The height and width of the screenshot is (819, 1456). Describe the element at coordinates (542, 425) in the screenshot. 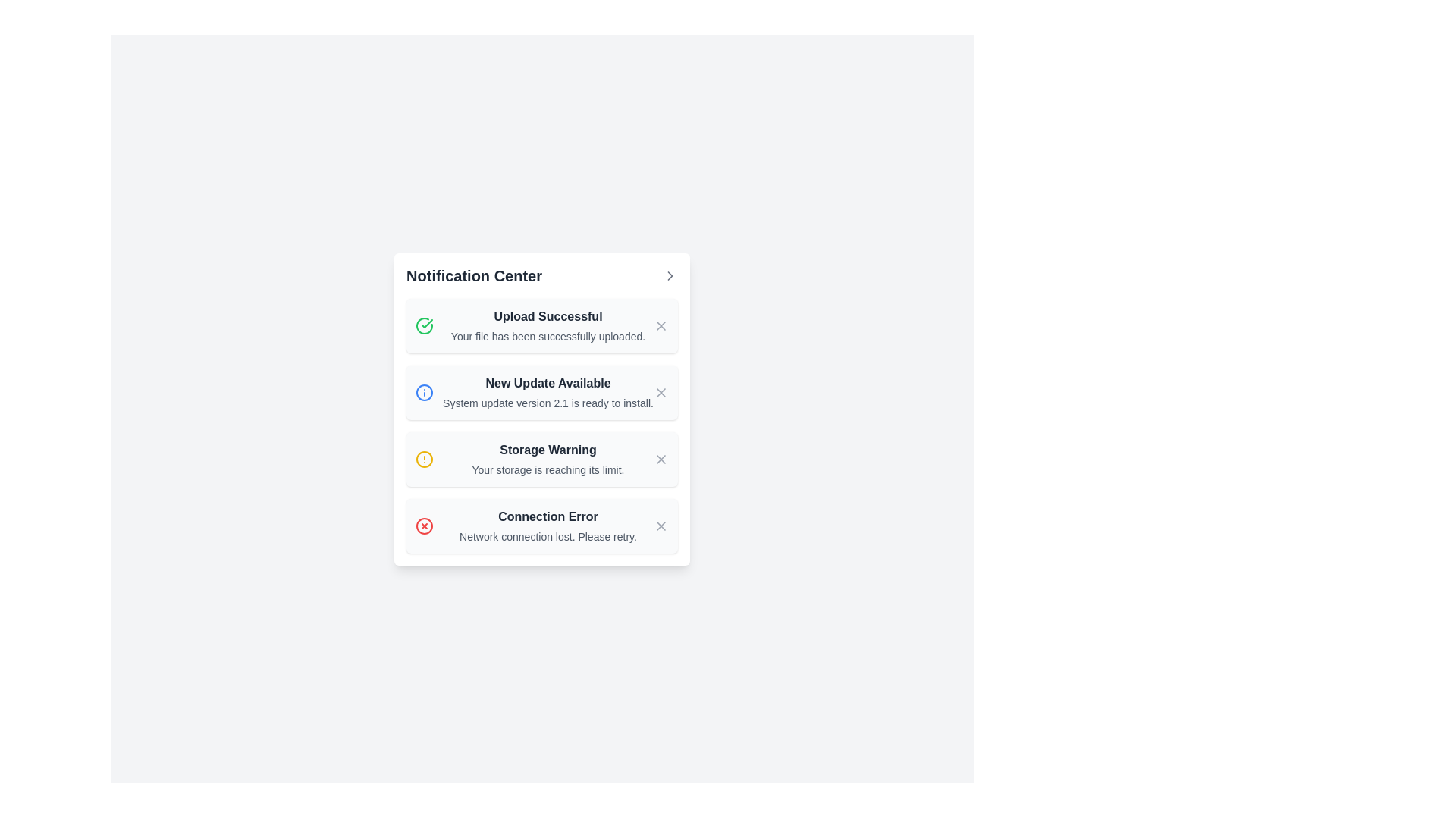

I see `the notification titled 'New Update Available' within the 'Notification Center' card, which is the second notification among four, displaying a message about a system update` at that location.